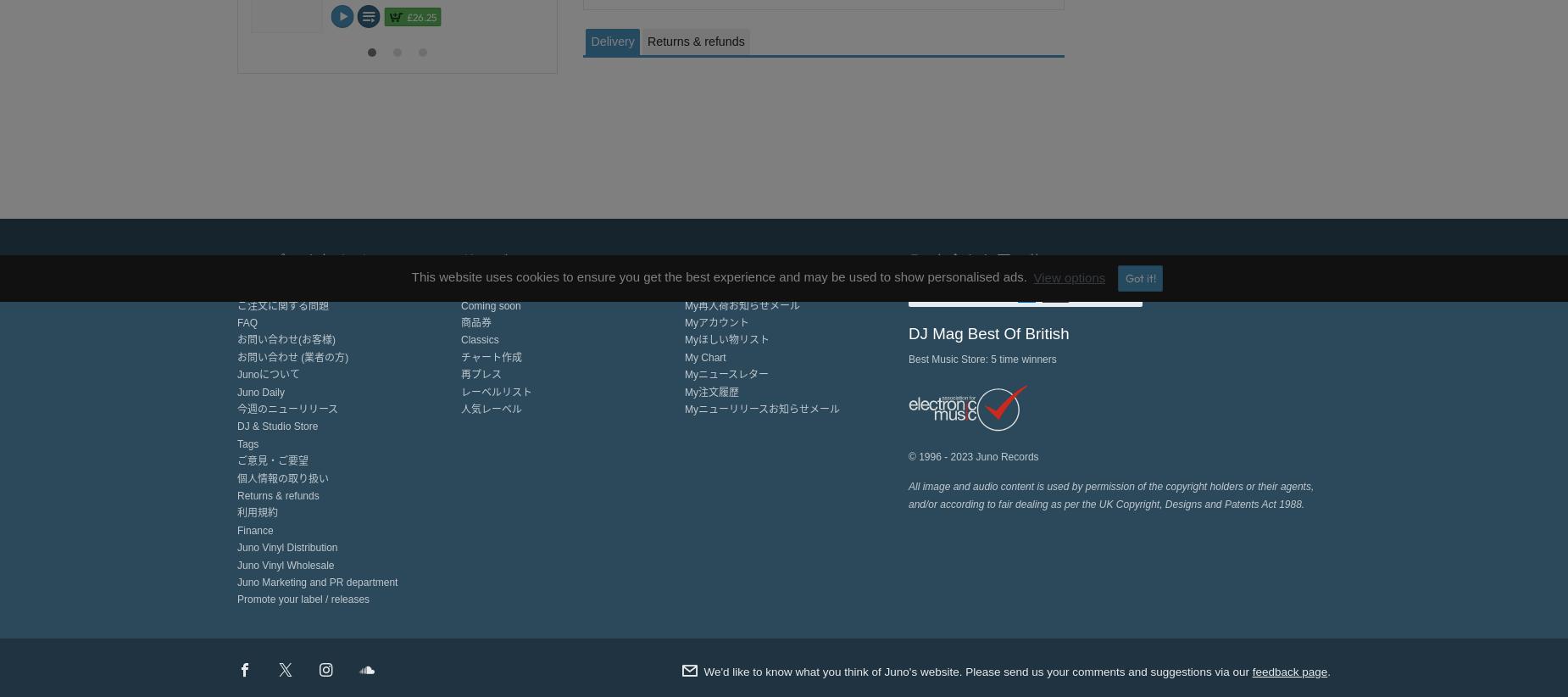 This screenshot has height=697, width=1568. Describe the element at coordinates (981, 358) in the screenshot. I see `'Best Music Store: 5 time winners'` at that location.